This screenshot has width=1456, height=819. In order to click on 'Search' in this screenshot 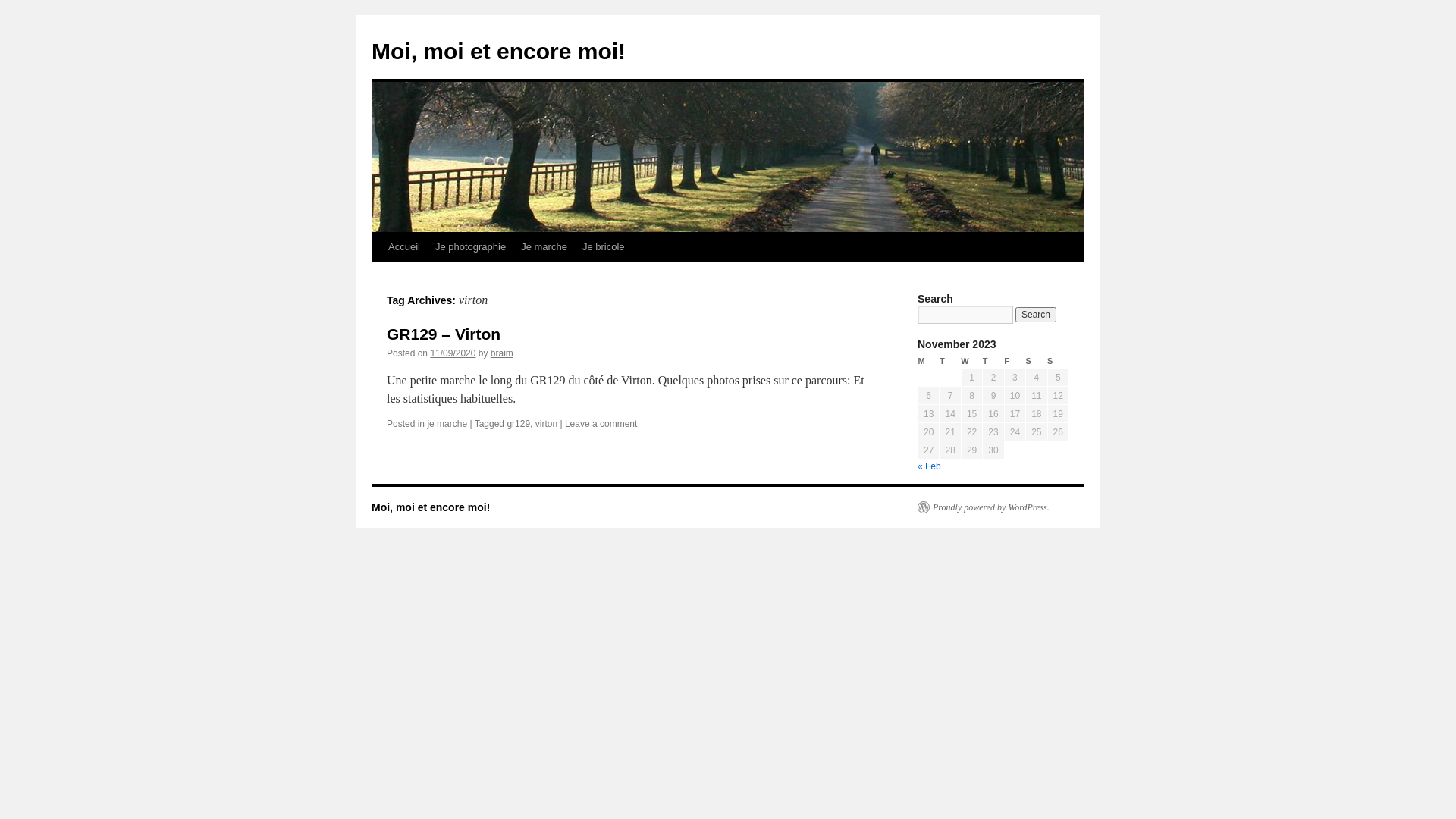, I will do `click(1035, 314)`.